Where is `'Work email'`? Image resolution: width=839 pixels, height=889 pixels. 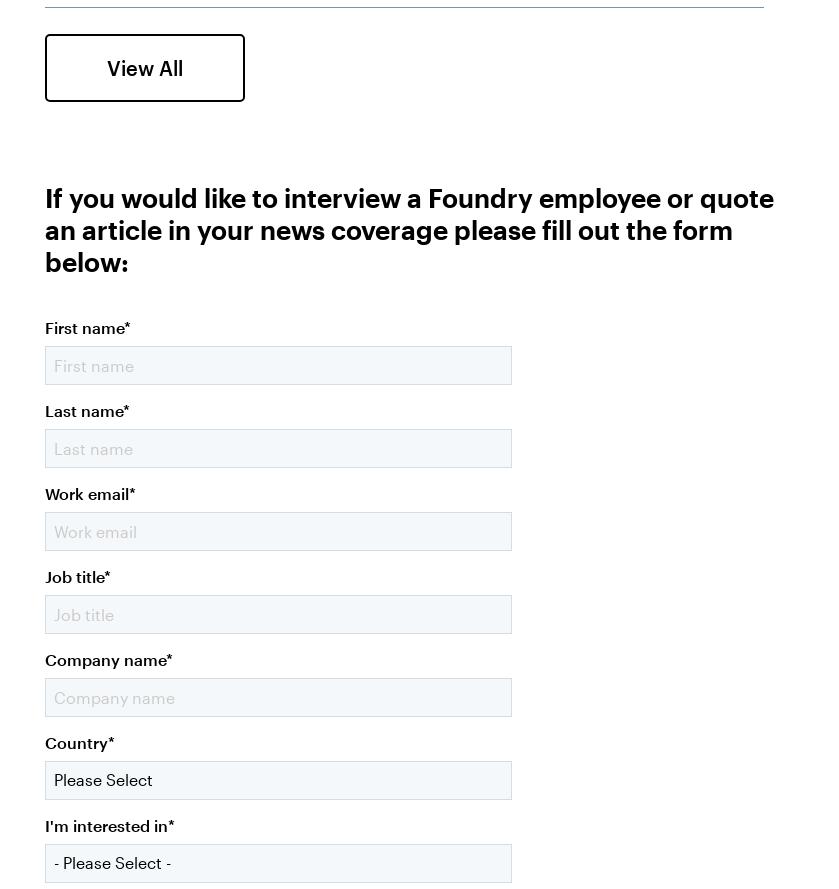 'Work email' is located at coordinates (87, 491).